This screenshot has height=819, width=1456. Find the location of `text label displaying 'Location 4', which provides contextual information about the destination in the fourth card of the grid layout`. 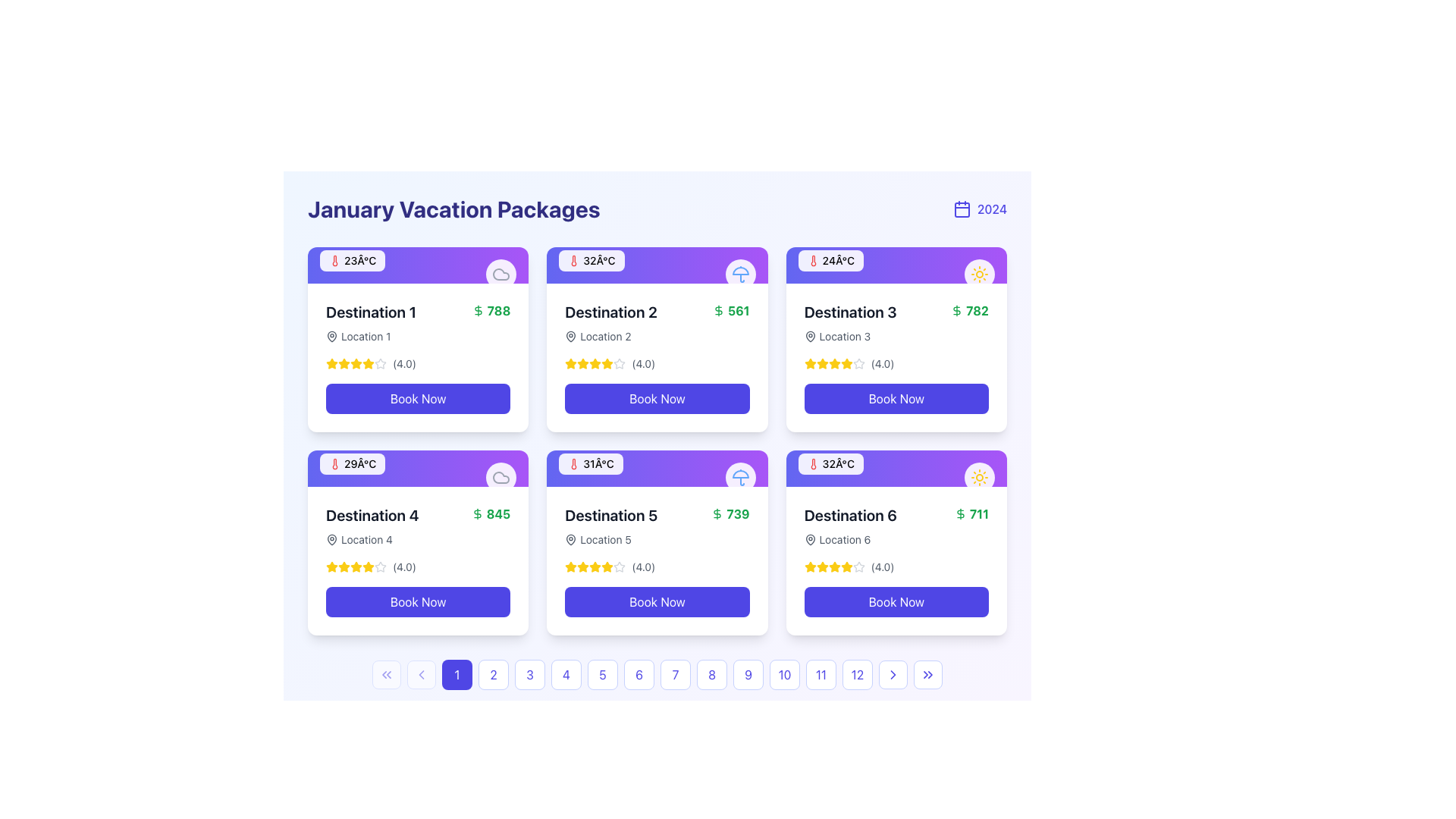

text label displaying 'Location 4', which provides contextual information about the destination in the fourth card of the grid layout is located at coordinates (367, 539).